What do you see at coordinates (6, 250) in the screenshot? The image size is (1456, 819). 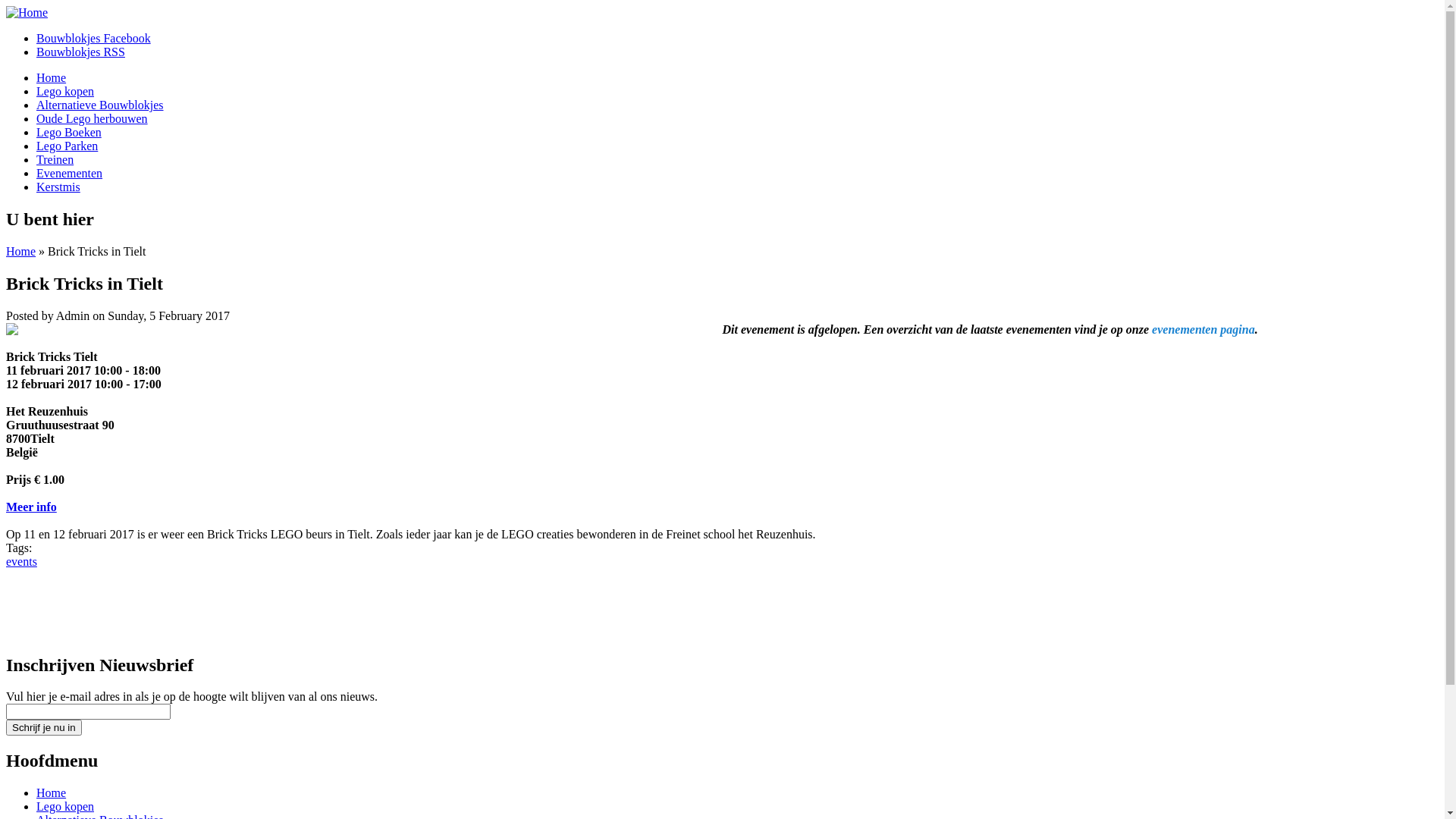 I see `'Home'` at bounding box center [6, 250].